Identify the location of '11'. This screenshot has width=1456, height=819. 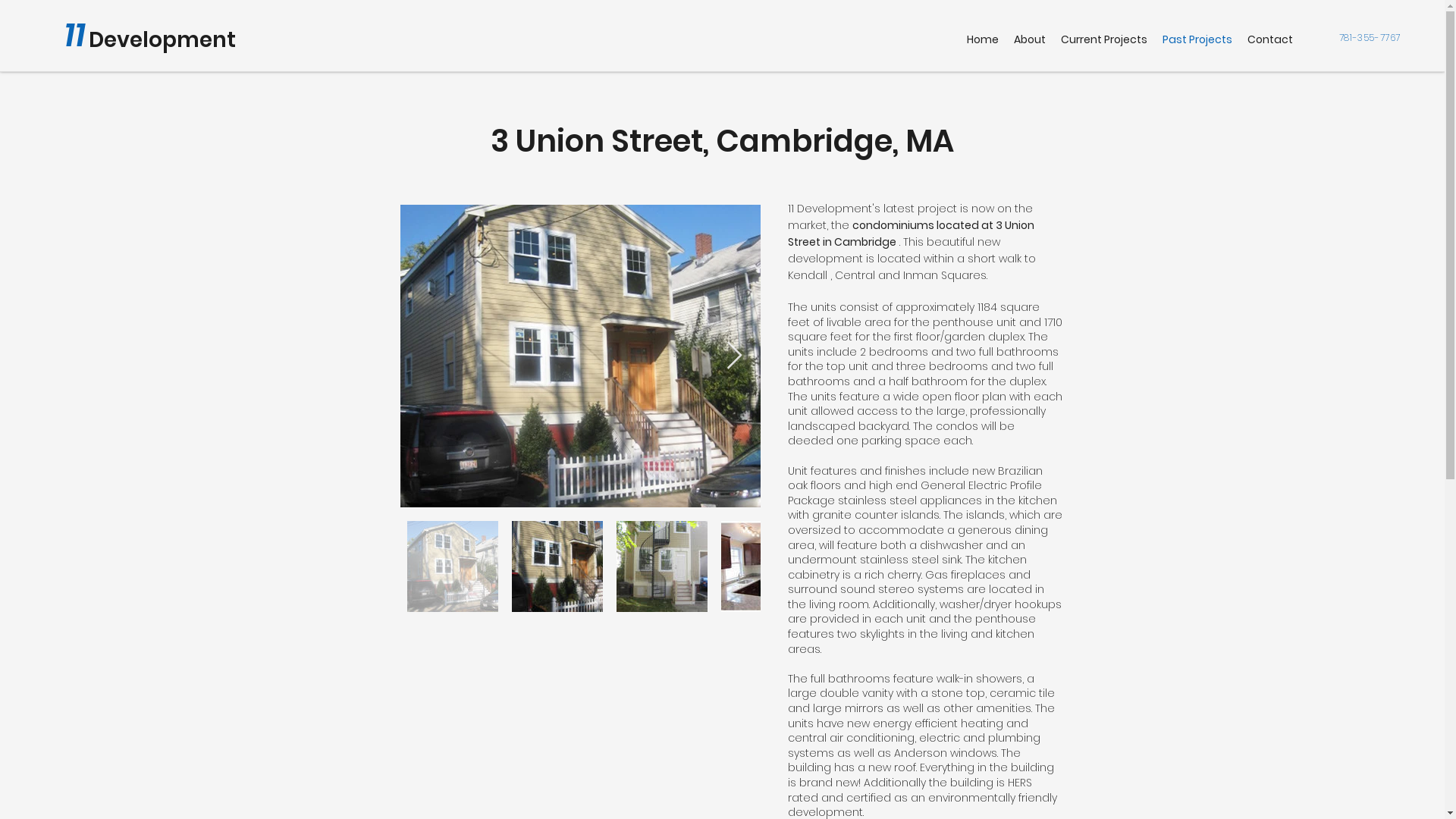
(74, 34).